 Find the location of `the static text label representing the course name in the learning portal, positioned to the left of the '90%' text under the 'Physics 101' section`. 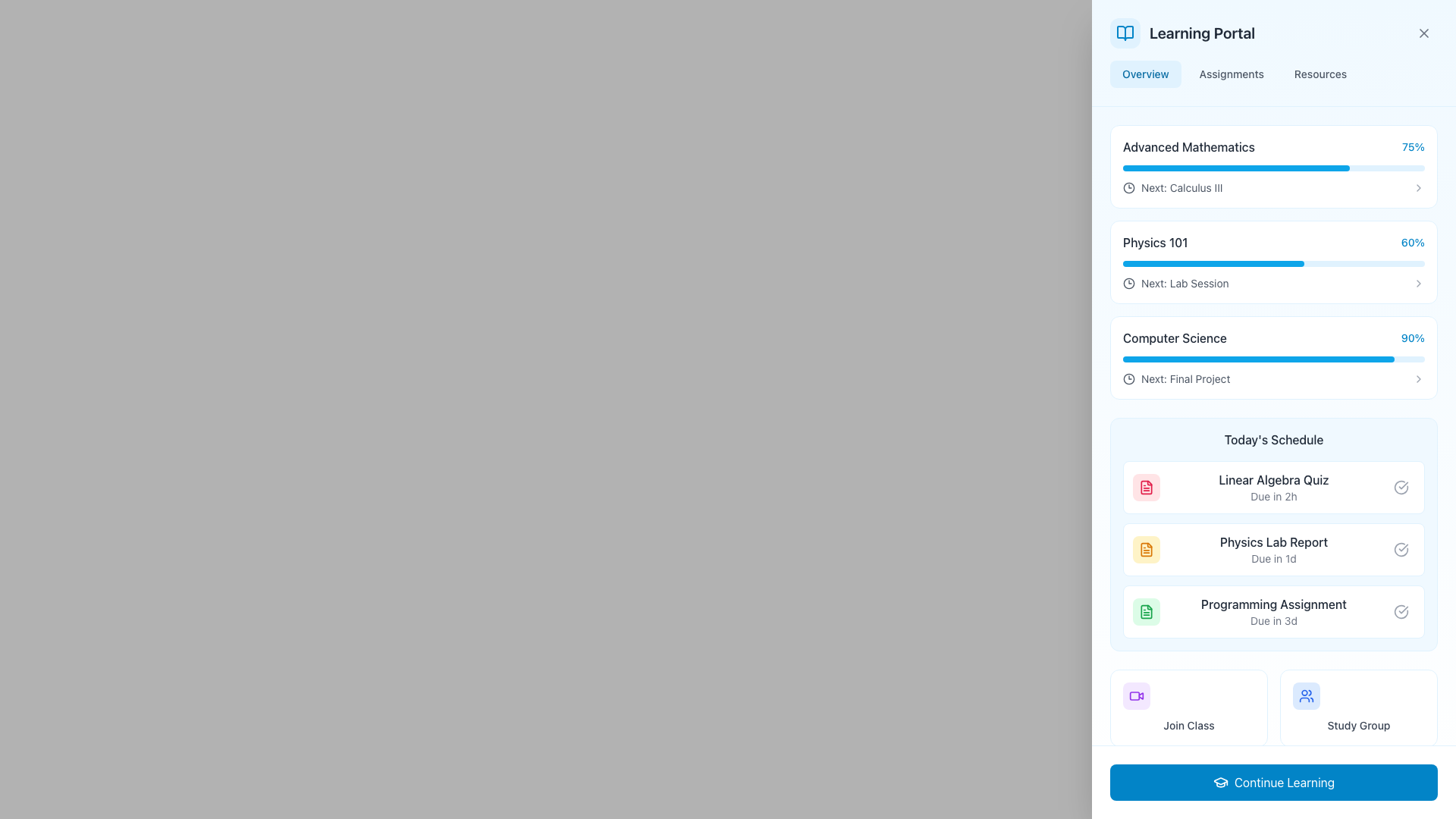

the static text label representing the course name in the learning portal, positioned to the left of the '90%' text under the 'Physics 101' section is located at coordinates (1174, 337).